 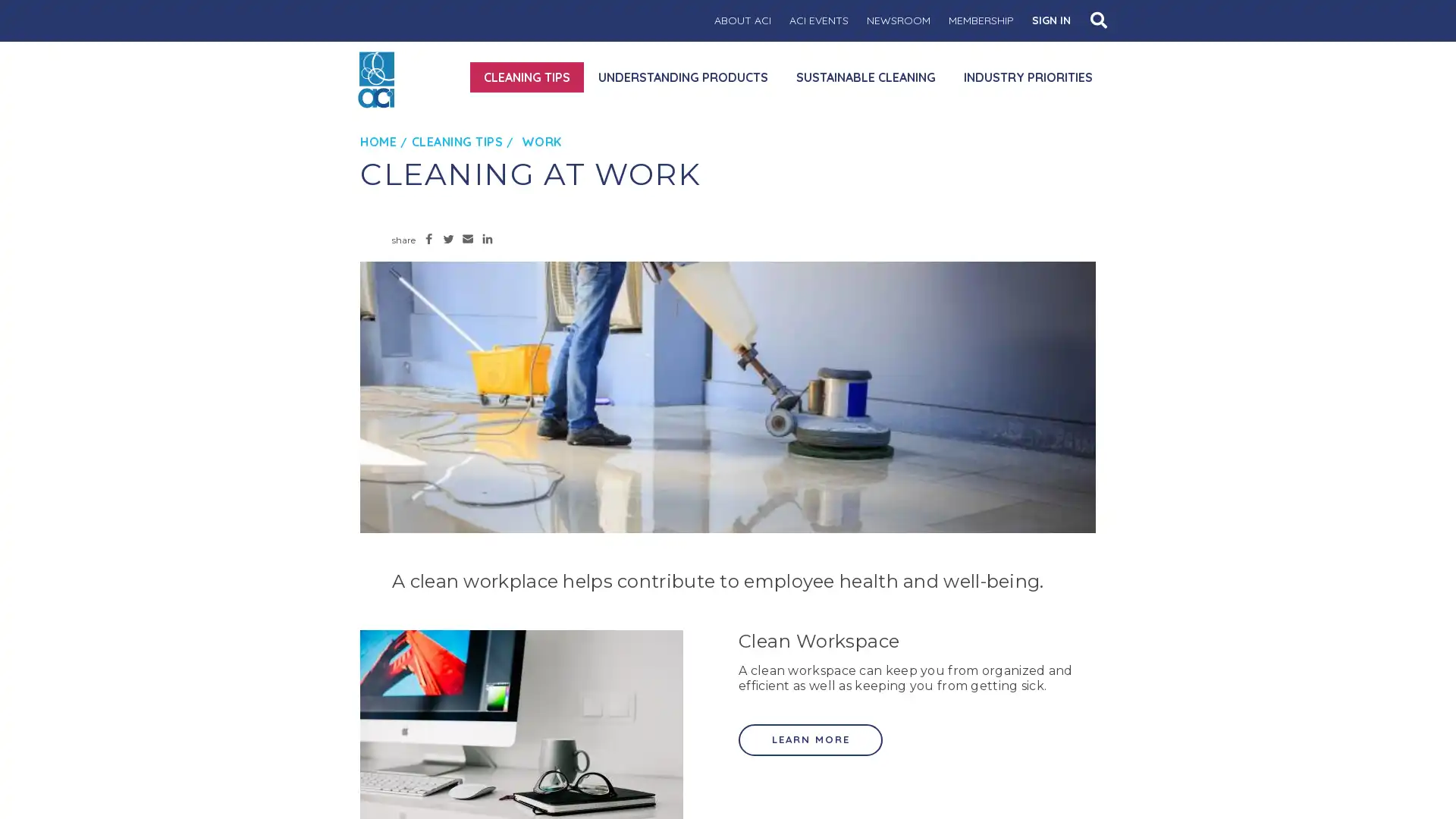 What do you see at coordinates (464, 239) in the screenshot?
I see `Share to Email` at bounding box center [464, 239].